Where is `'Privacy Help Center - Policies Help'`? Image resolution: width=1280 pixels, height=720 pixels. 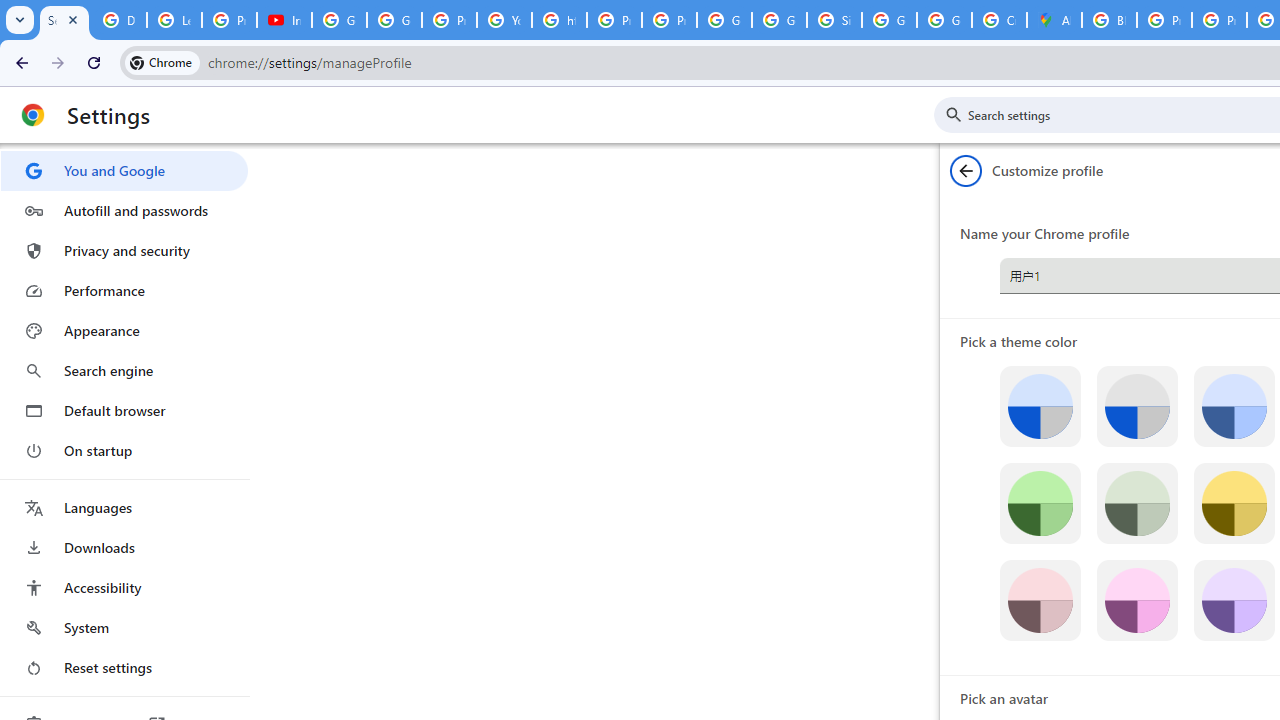 'Privacy Help Center - Policies Help' is located at coordinates (1164, 20).